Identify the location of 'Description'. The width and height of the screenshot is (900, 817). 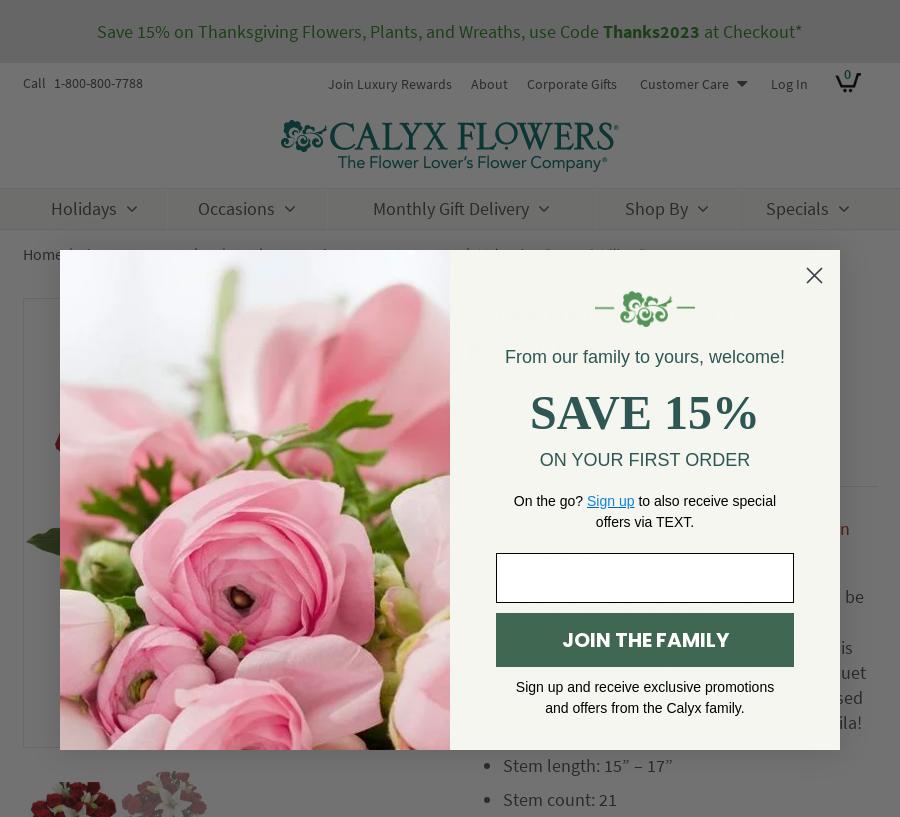
(533, 464).